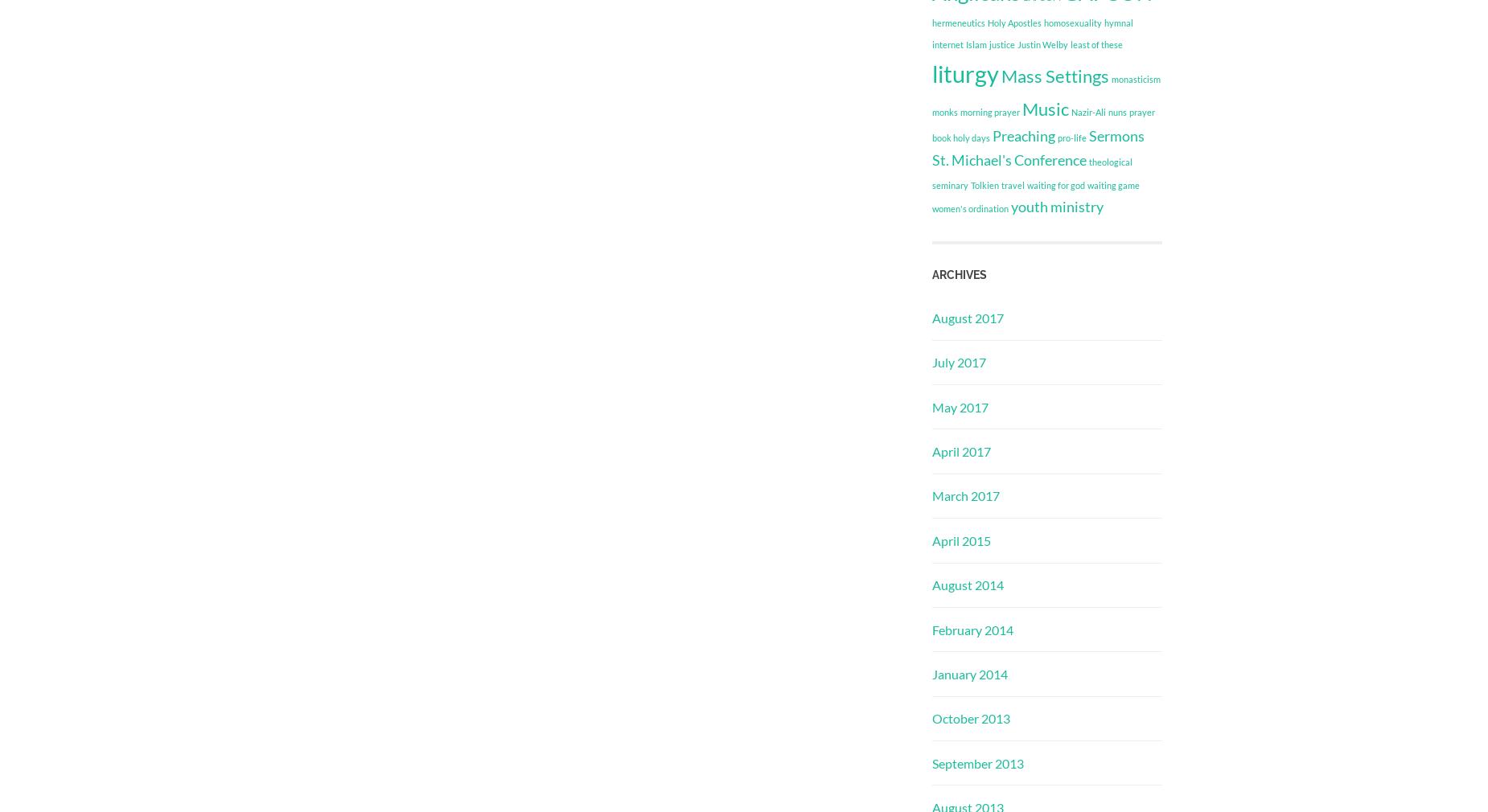  I want to click on 'Islam', so click(975, 43).